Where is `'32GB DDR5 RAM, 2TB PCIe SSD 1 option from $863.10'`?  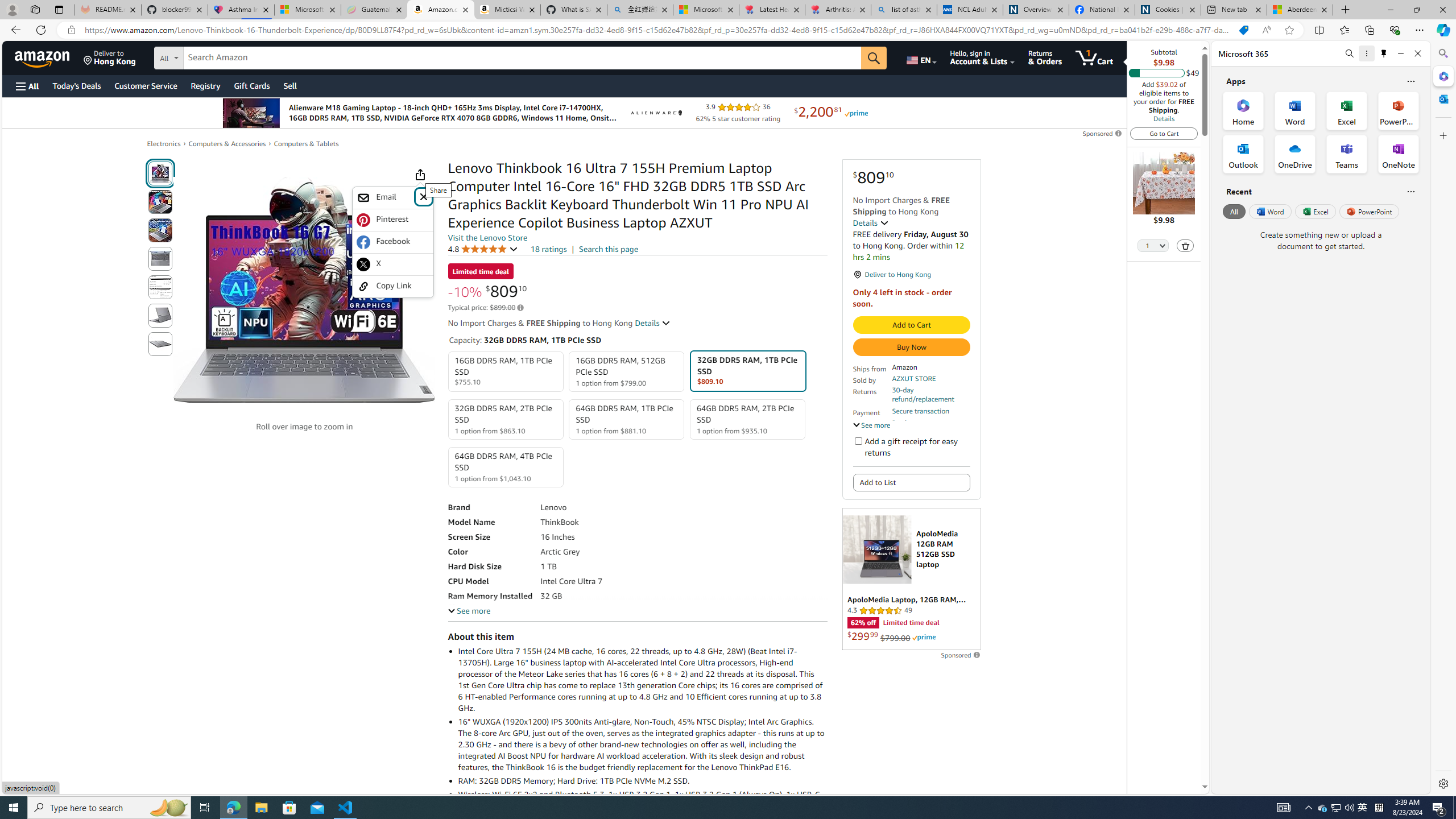
'32GB DDR5 RAM, 2TB PCIe SSD 1 option from $863.10' is located at coordinates (505, 419).